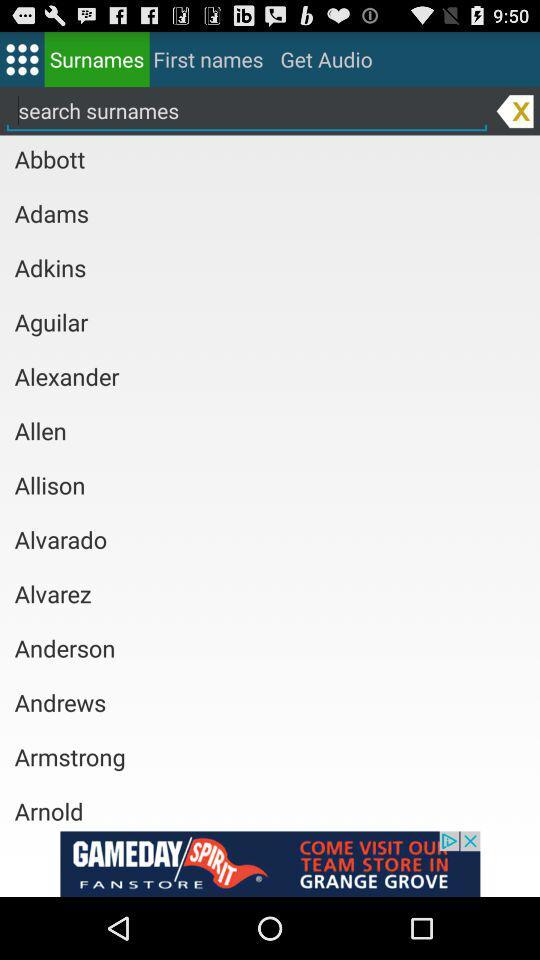  What do you see at coordinates (515, 110) in the screenshot?
I see `delete text` at bounding box center [515, 110].